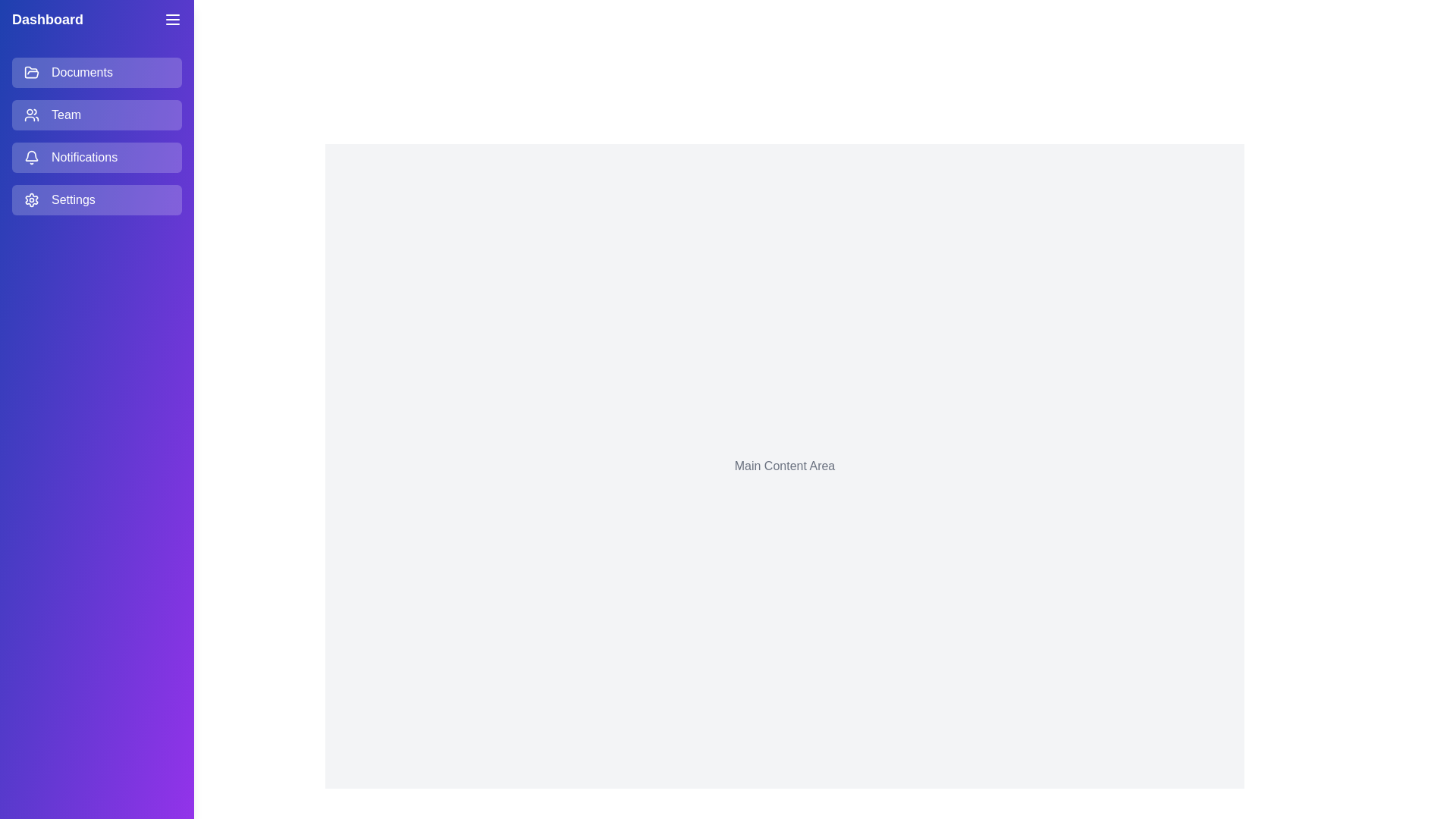 This screenshot has width=1456, height=819. What do you see at coordinates (96, 158) in the screenshot?
I see `the menu item Notifications from the list` at bounding box center [96, 158].